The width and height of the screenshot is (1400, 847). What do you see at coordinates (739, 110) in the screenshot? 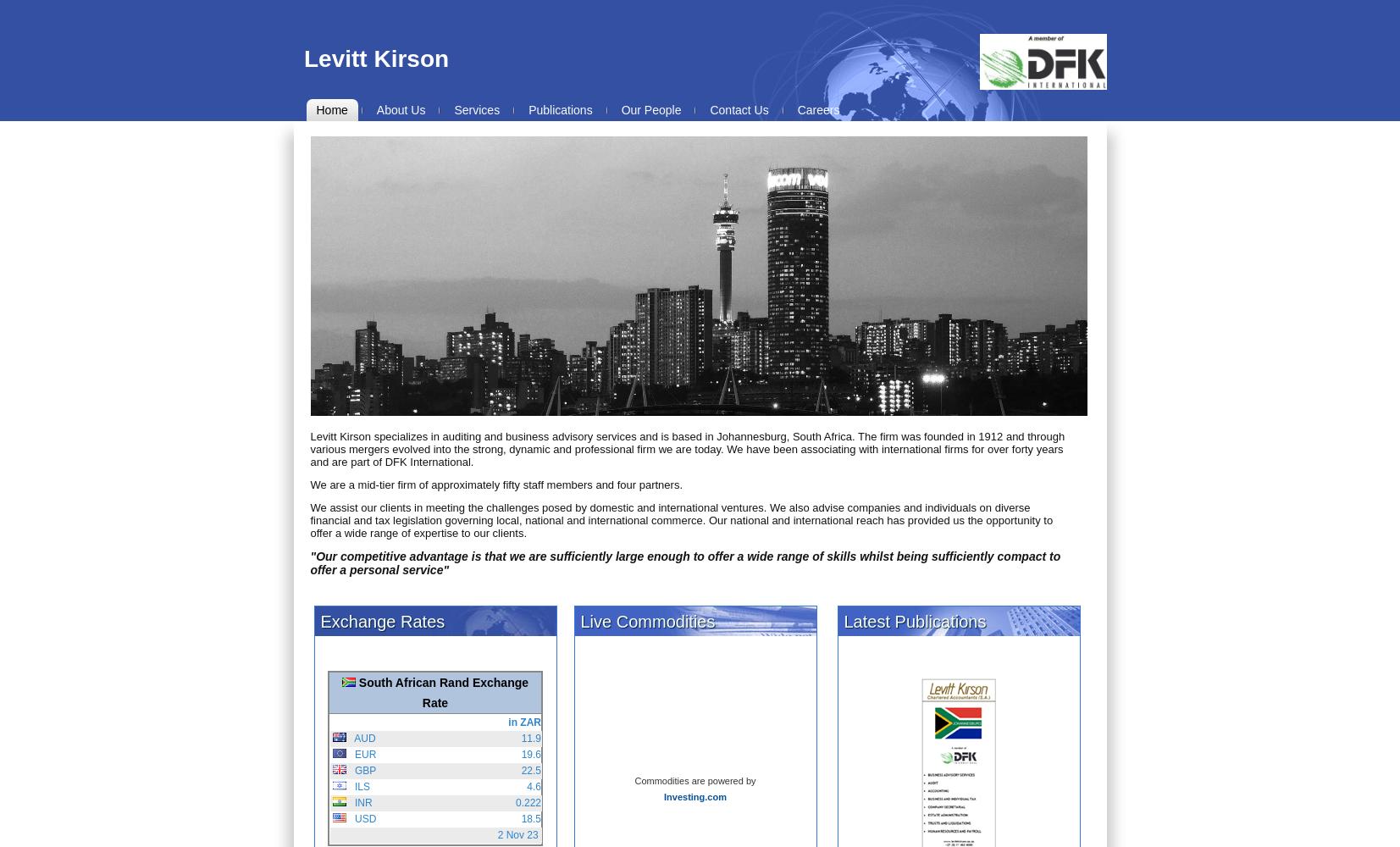
I see `'Contact Us'` at bounding box center [739, 110].